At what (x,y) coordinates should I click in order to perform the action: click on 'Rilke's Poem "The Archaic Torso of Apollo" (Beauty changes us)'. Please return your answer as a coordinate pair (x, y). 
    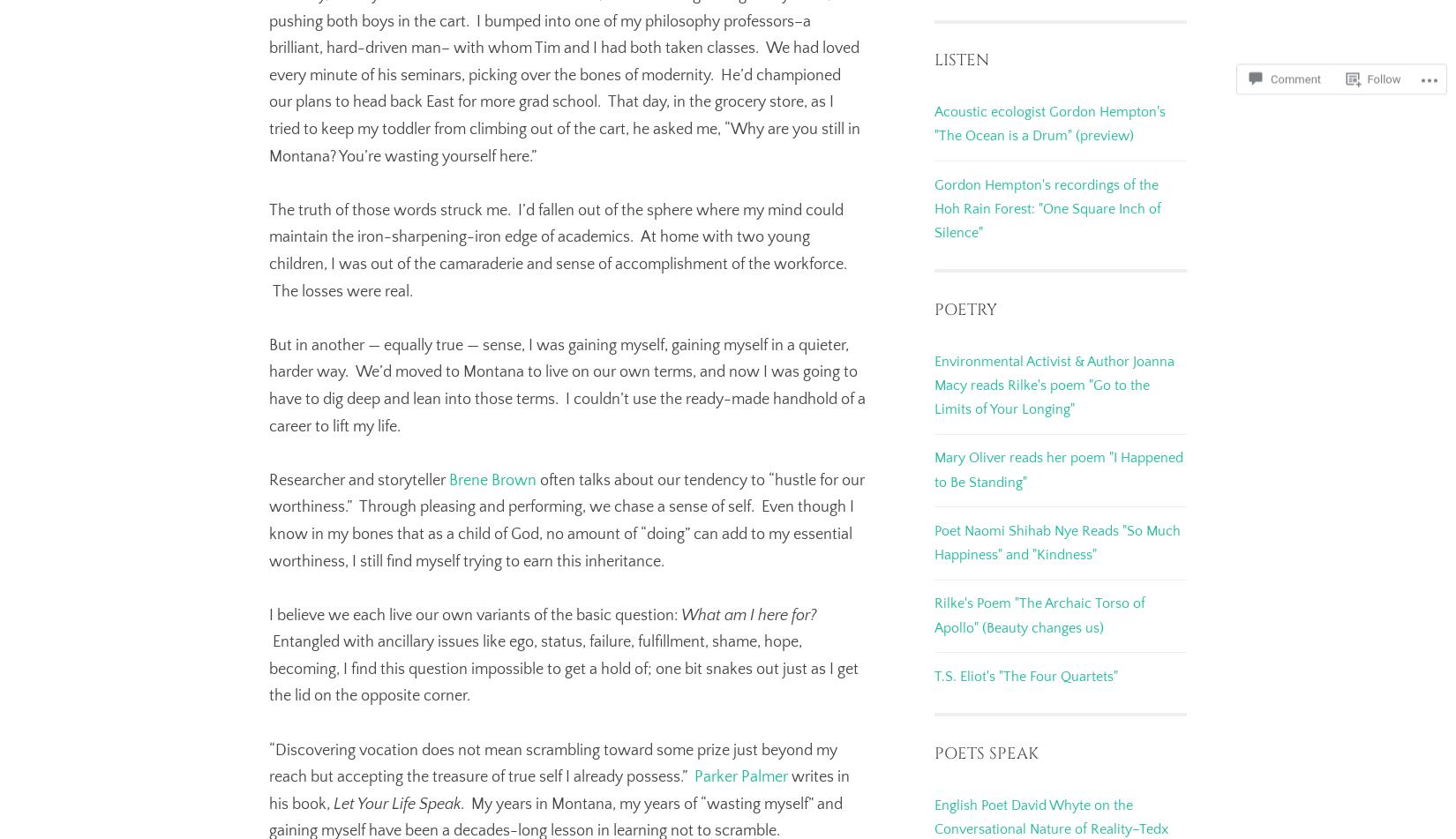
    Looking at the image, I should click on (1039, 614).